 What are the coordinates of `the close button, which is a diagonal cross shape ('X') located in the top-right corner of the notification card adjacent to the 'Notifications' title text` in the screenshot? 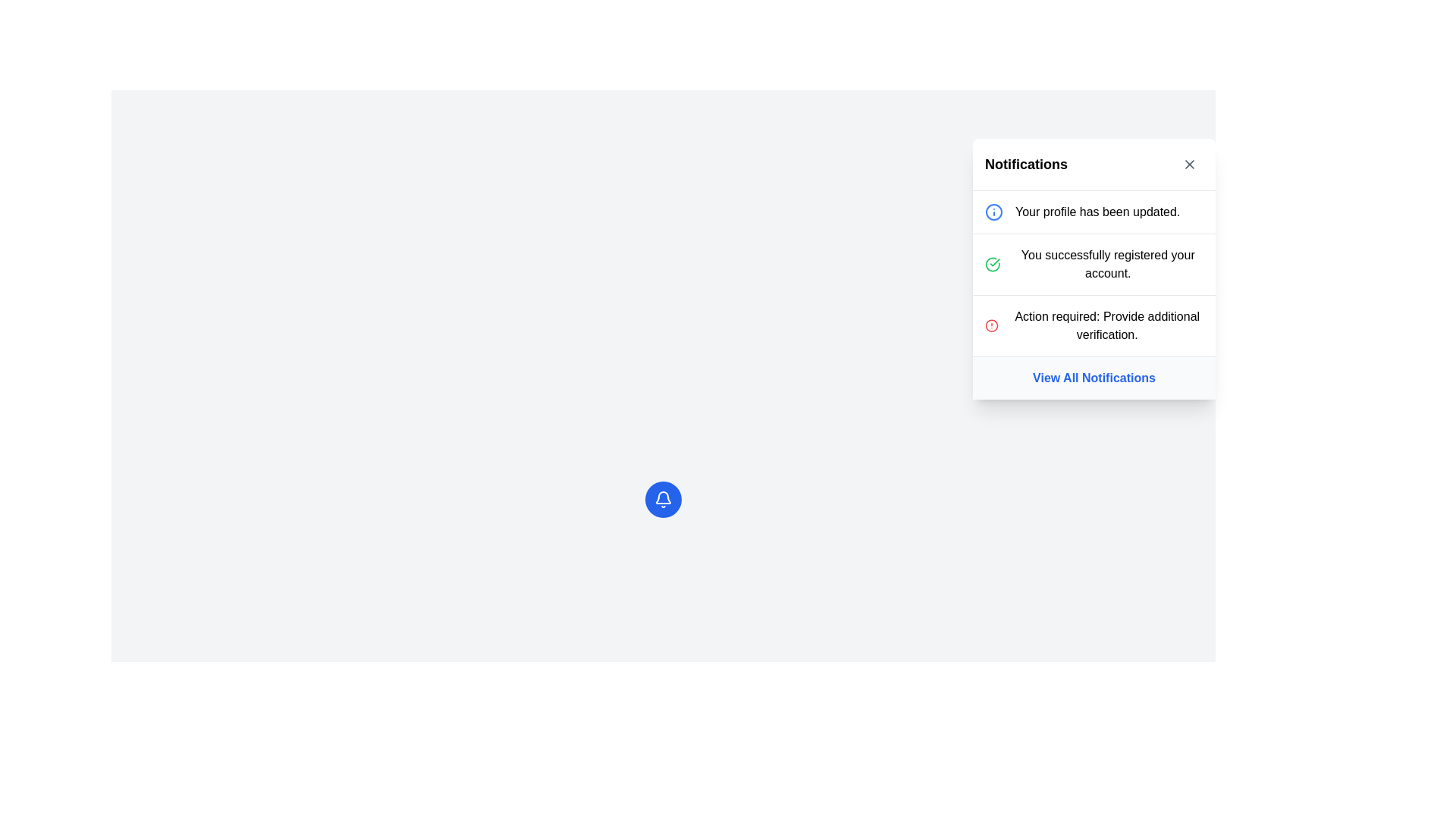 It's located at (1189, 164).